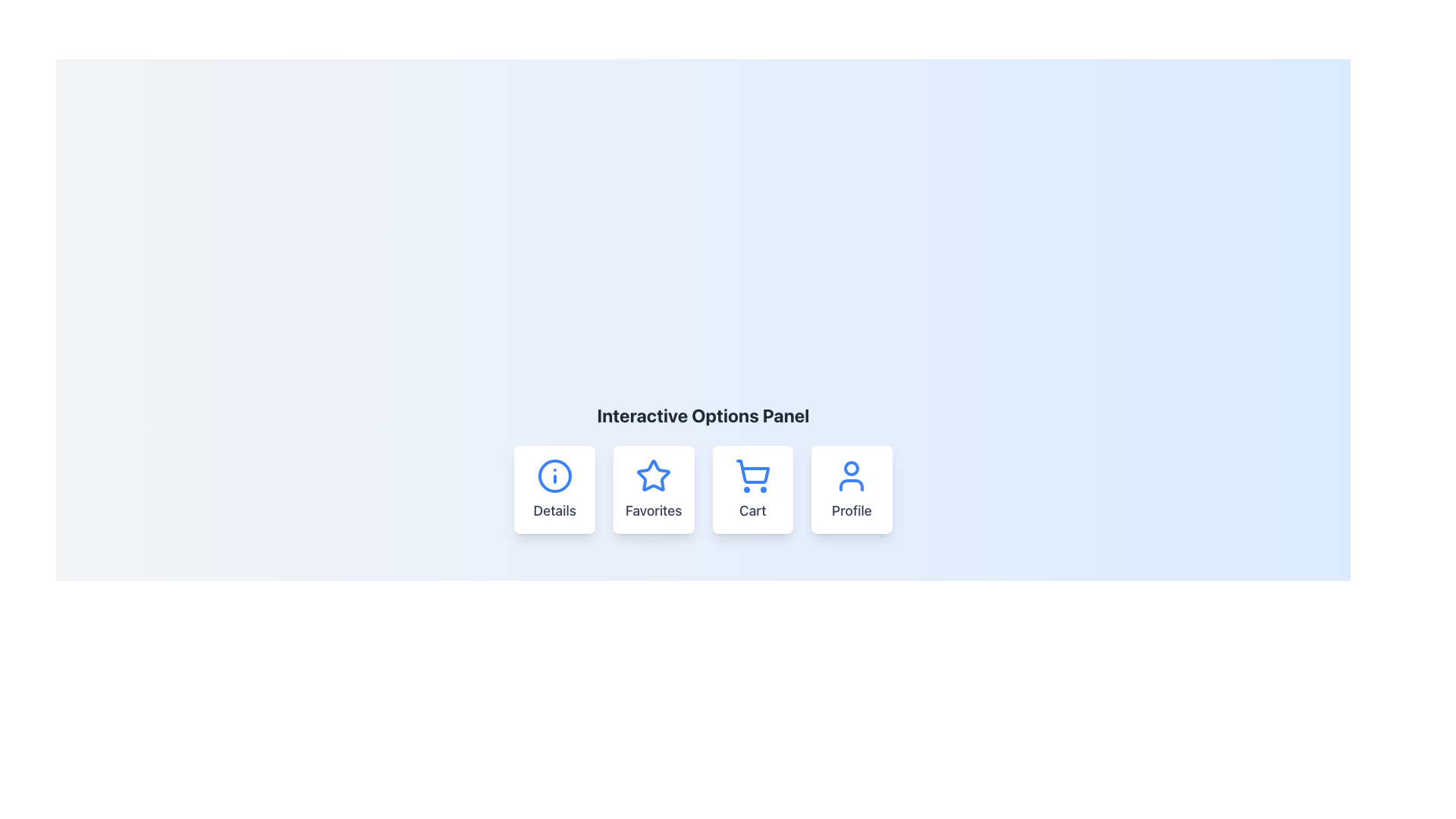 This screenshot has height=819, width=1456. What do you see at coordinates (852, 489) in the screenshot?
I see `the fourth card item in the grid, which provides access to the user's profile or account settings` at bounding box center [852, 489].